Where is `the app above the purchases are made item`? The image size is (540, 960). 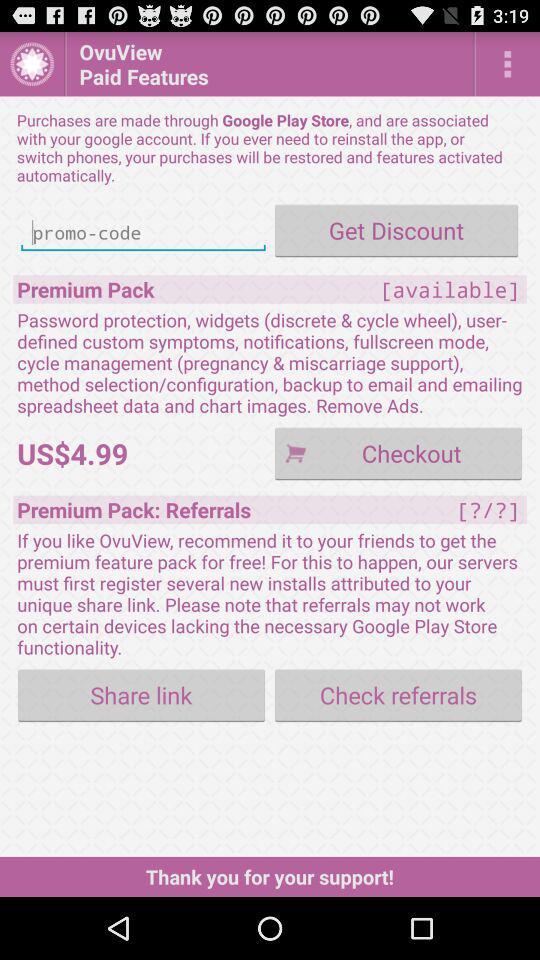
the app above the purchases are made item is located at coordinates (31, 63).